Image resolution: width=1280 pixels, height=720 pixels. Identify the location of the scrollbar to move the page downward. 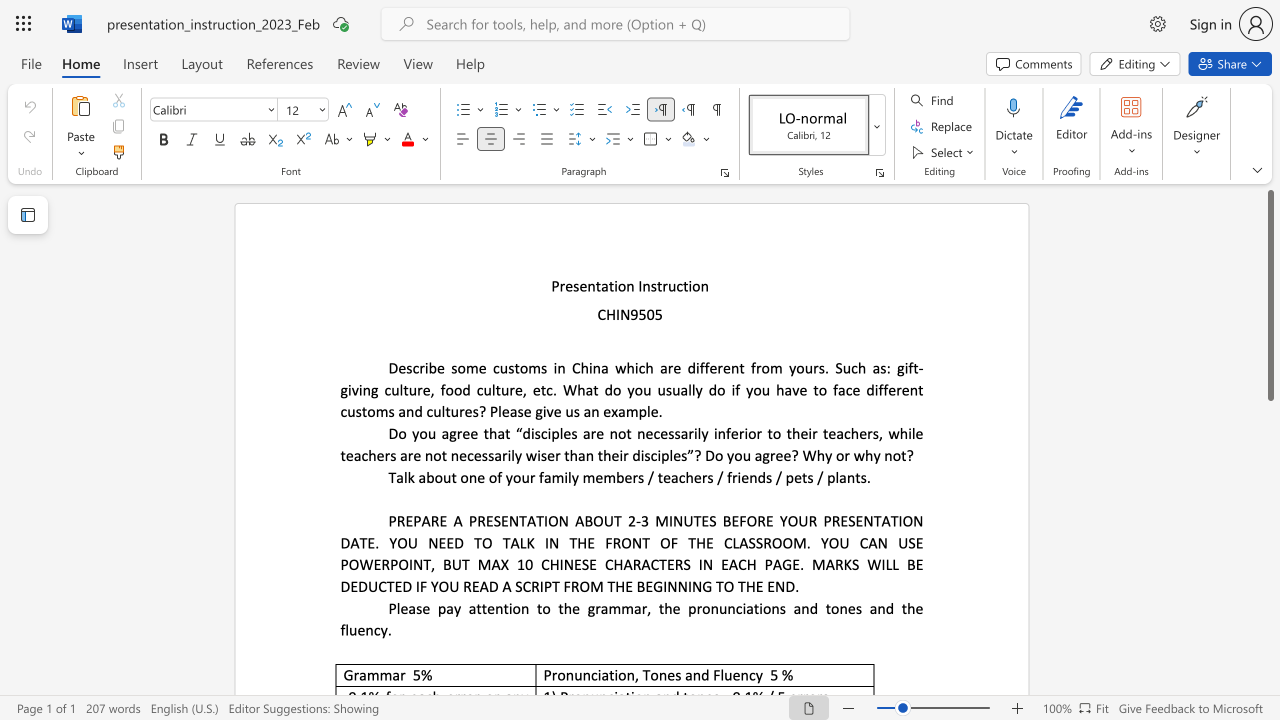
(1269, 660).